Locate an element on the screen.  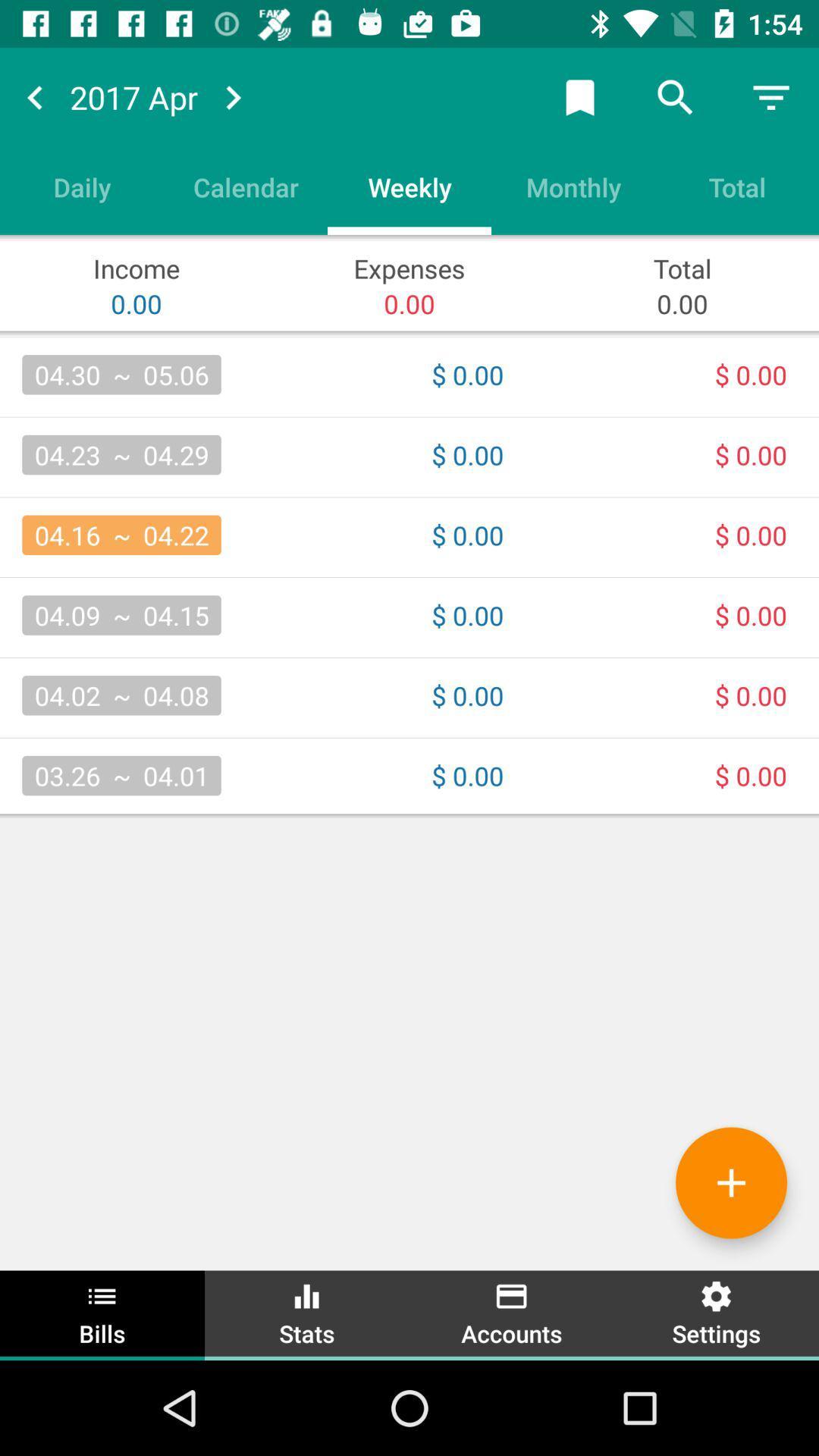
icon to the left of monthly is located at coordinates (409, 186).